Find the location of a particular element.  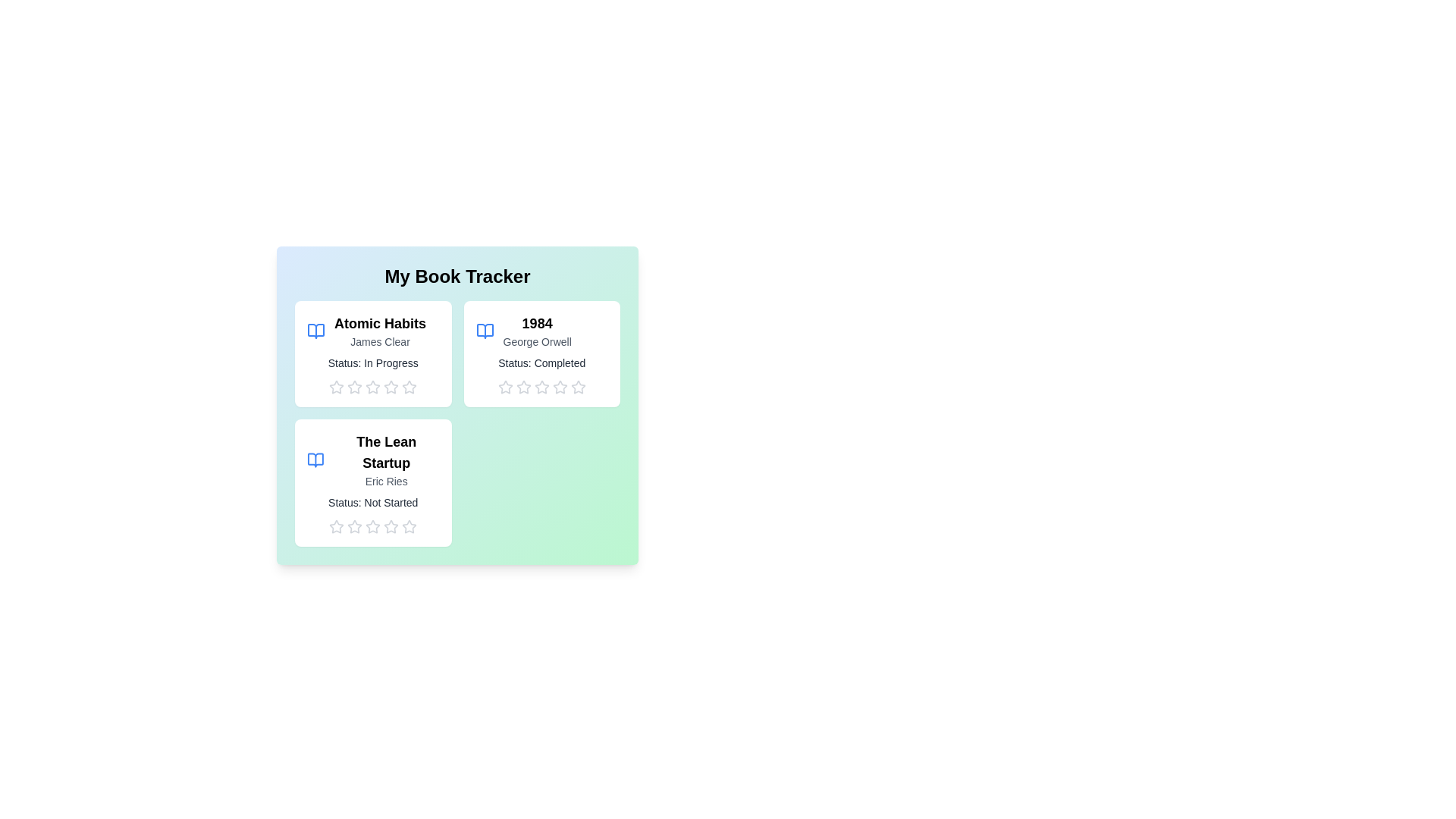

the rating for a book to 2 stars is located at coordinates (347, 386).